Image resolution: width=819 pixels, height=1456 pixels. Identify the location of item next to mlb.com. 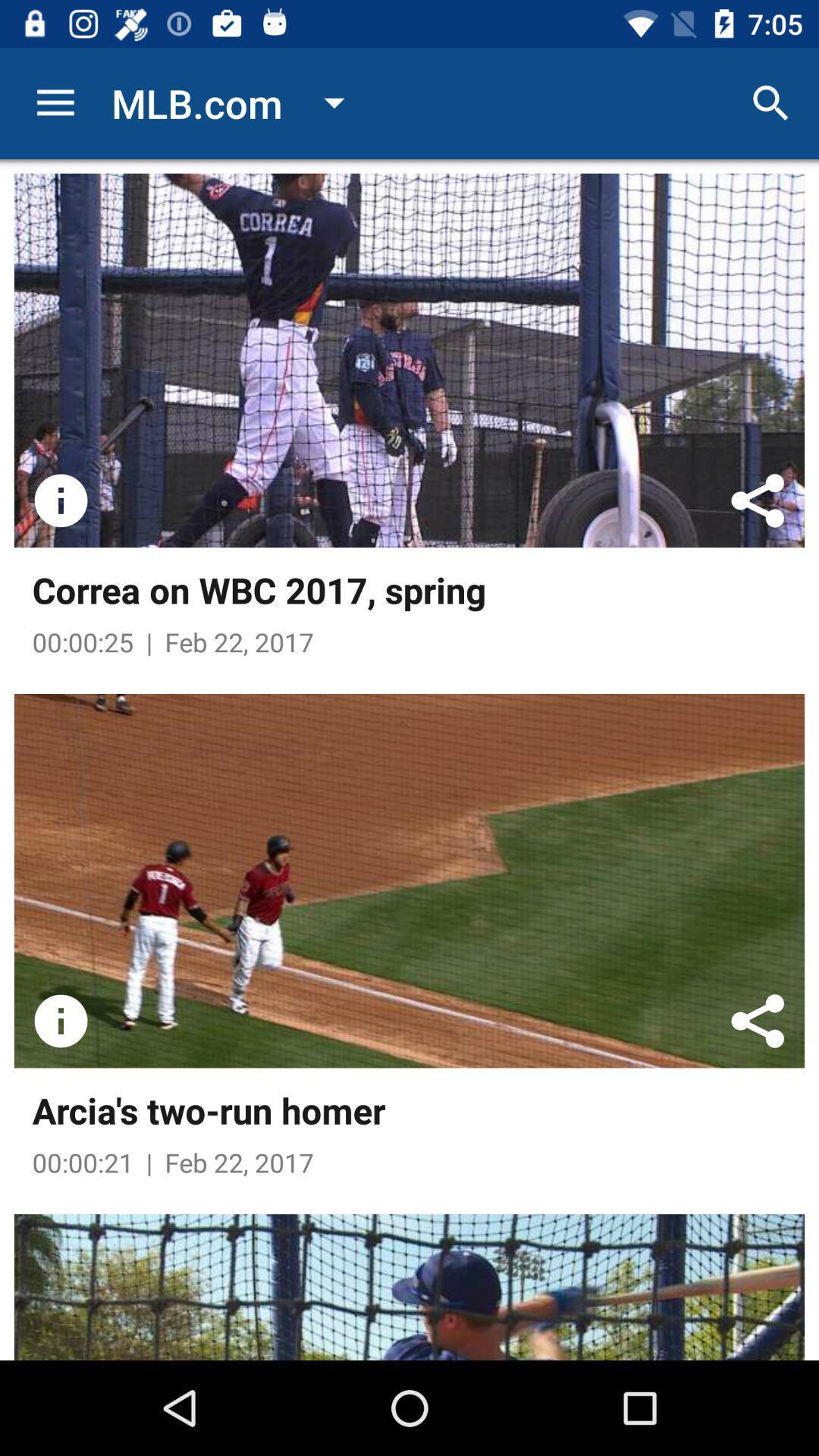
(55, 102).